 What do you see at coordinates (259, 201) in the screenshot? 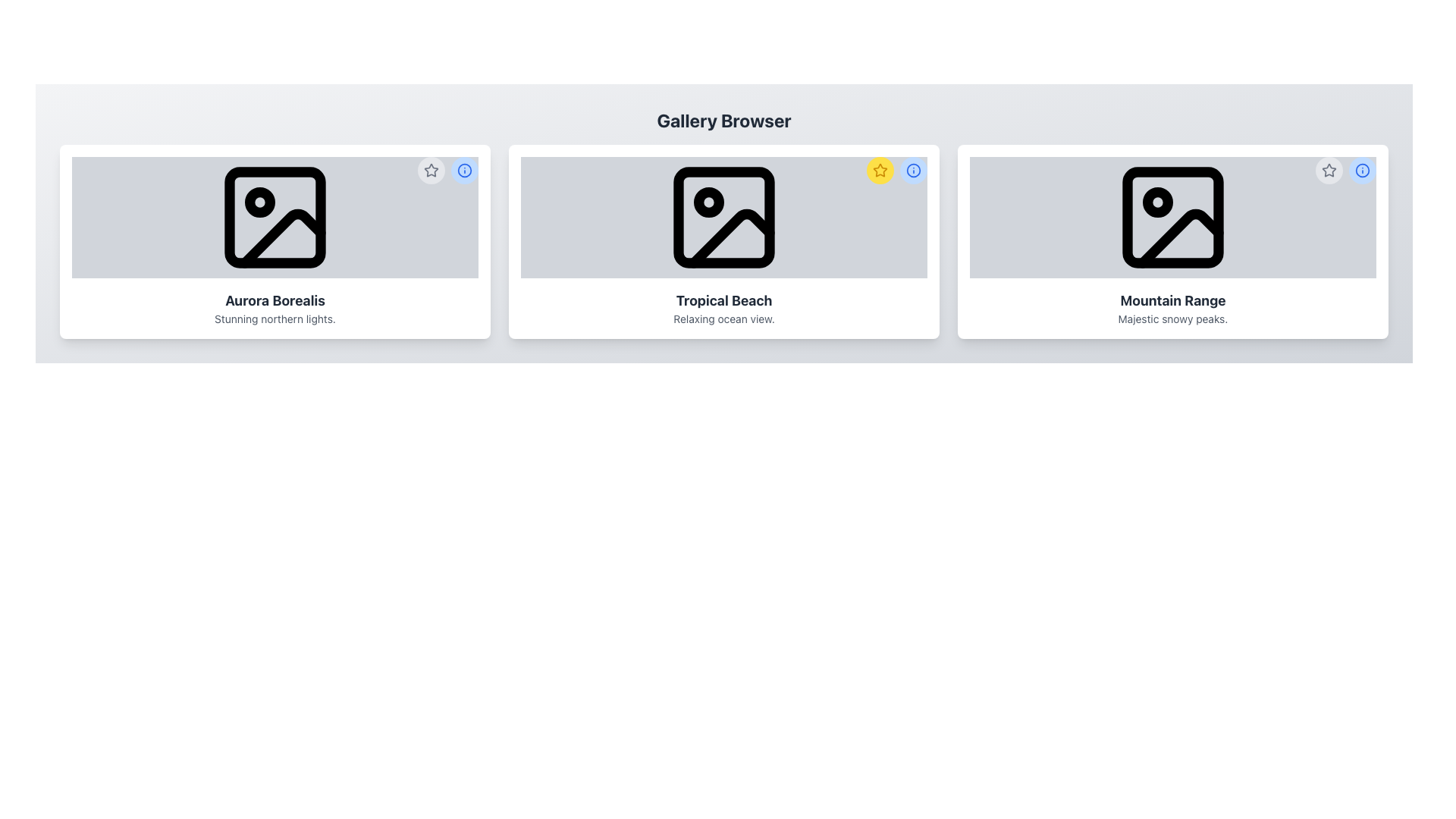
I see `the small circular SVG element located in the leftmost card, near the center of the picture frame icon` at bounding box center [259, 201].